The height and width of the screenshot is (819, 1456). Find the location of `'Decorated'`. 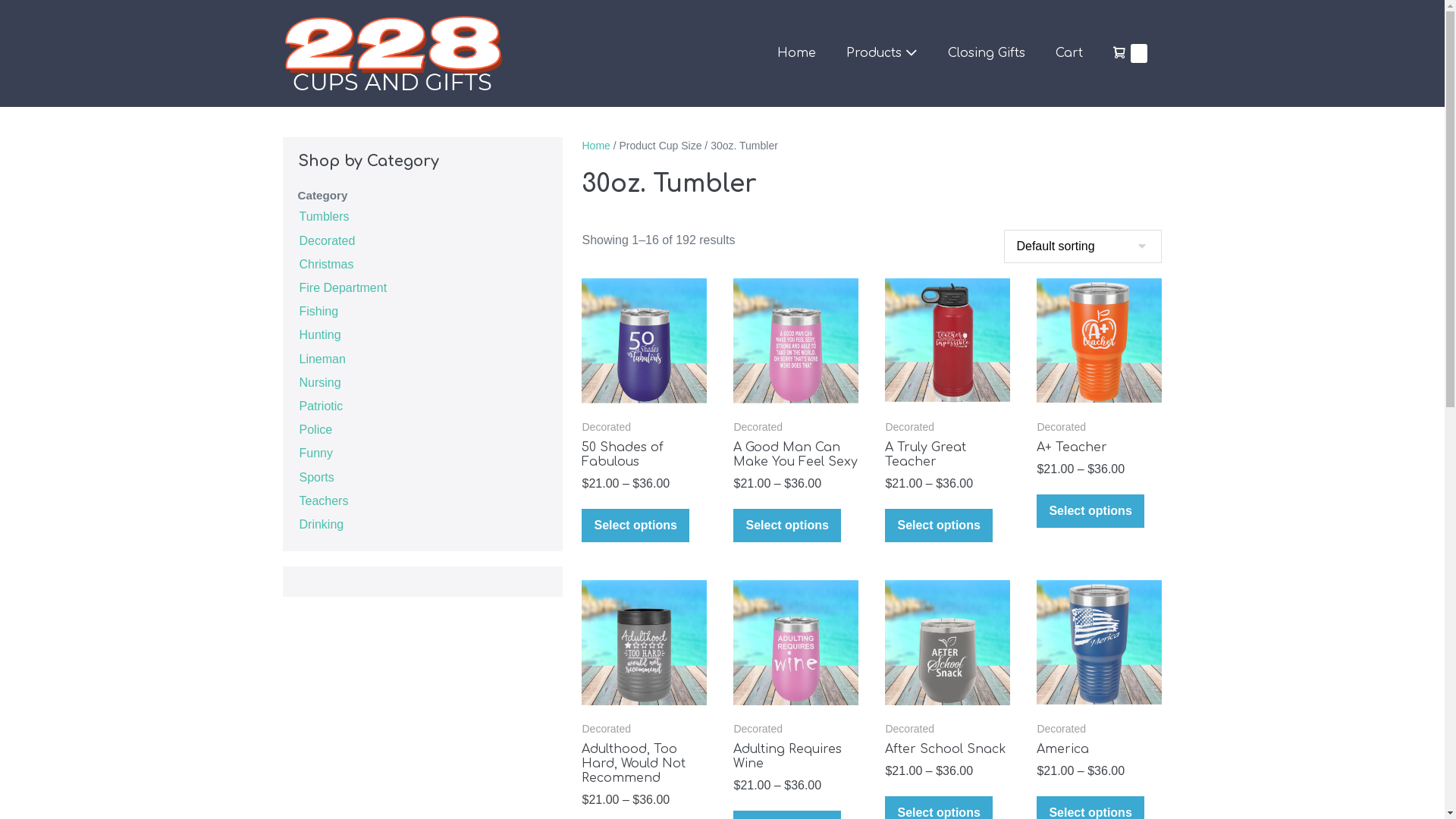

'Decorated' is located at coordinates (326, 239).